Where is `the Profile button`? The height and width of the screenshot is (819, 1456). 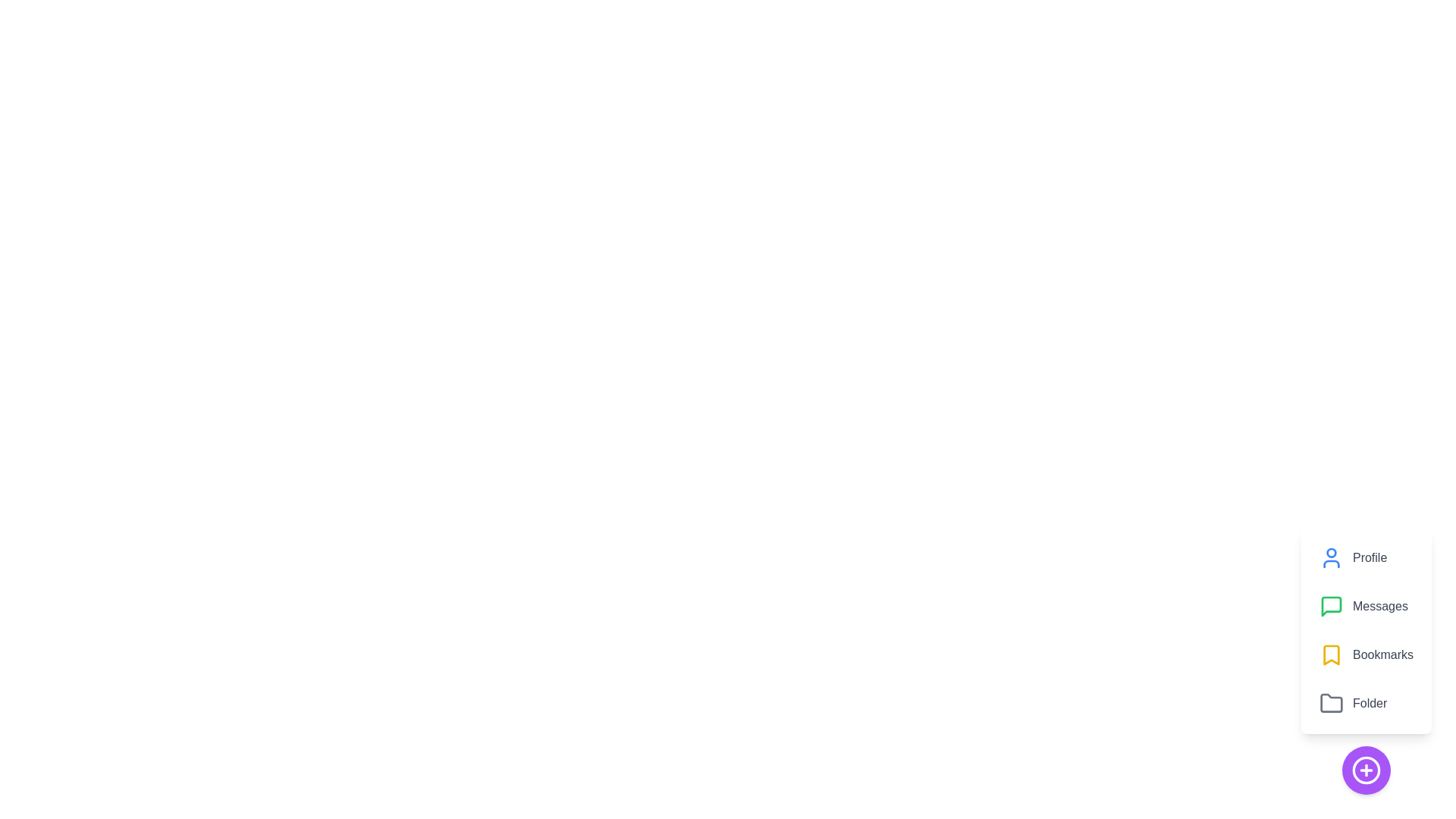
the Profile button is located at coordinates (1366, 558).